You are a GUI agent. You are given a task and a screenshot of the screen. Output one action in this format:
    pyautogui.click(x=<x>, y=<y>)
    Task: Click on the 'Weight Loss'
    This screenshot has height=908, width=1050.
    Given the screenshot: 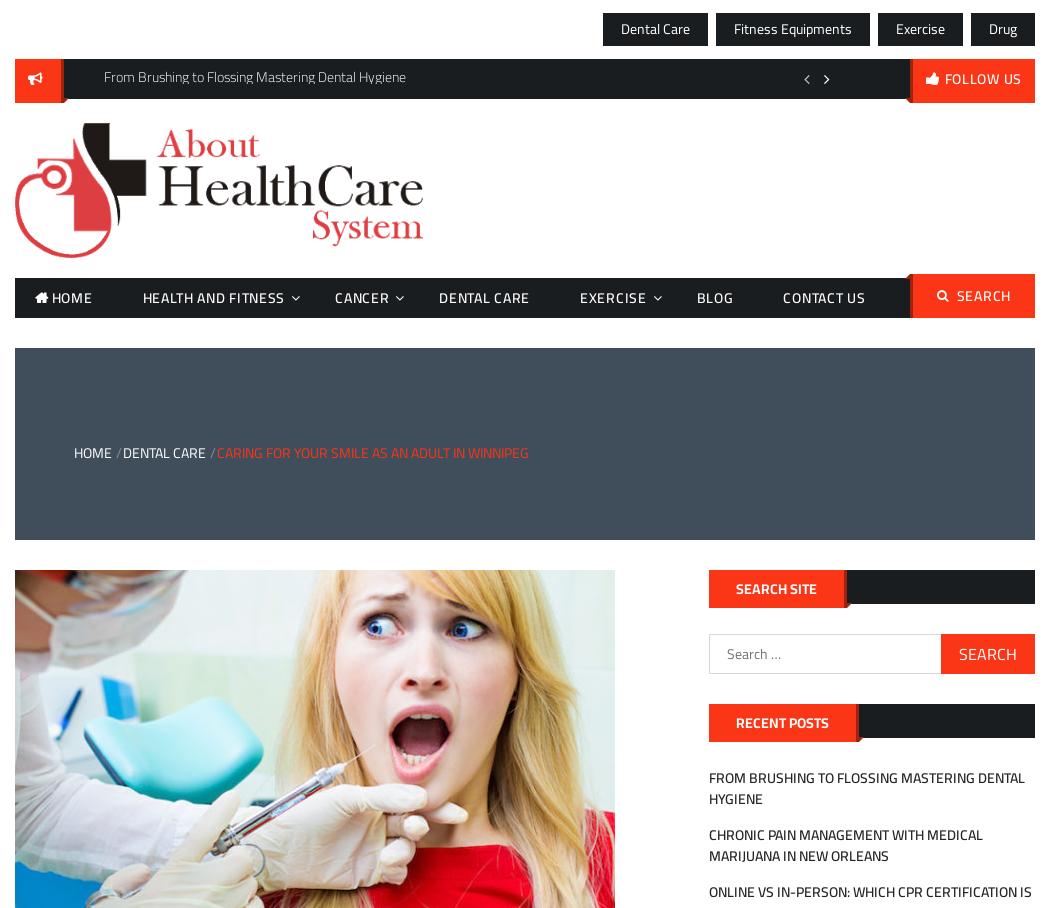 What is the action you would take?
    pyautogui.click(x=620, y=487)
    